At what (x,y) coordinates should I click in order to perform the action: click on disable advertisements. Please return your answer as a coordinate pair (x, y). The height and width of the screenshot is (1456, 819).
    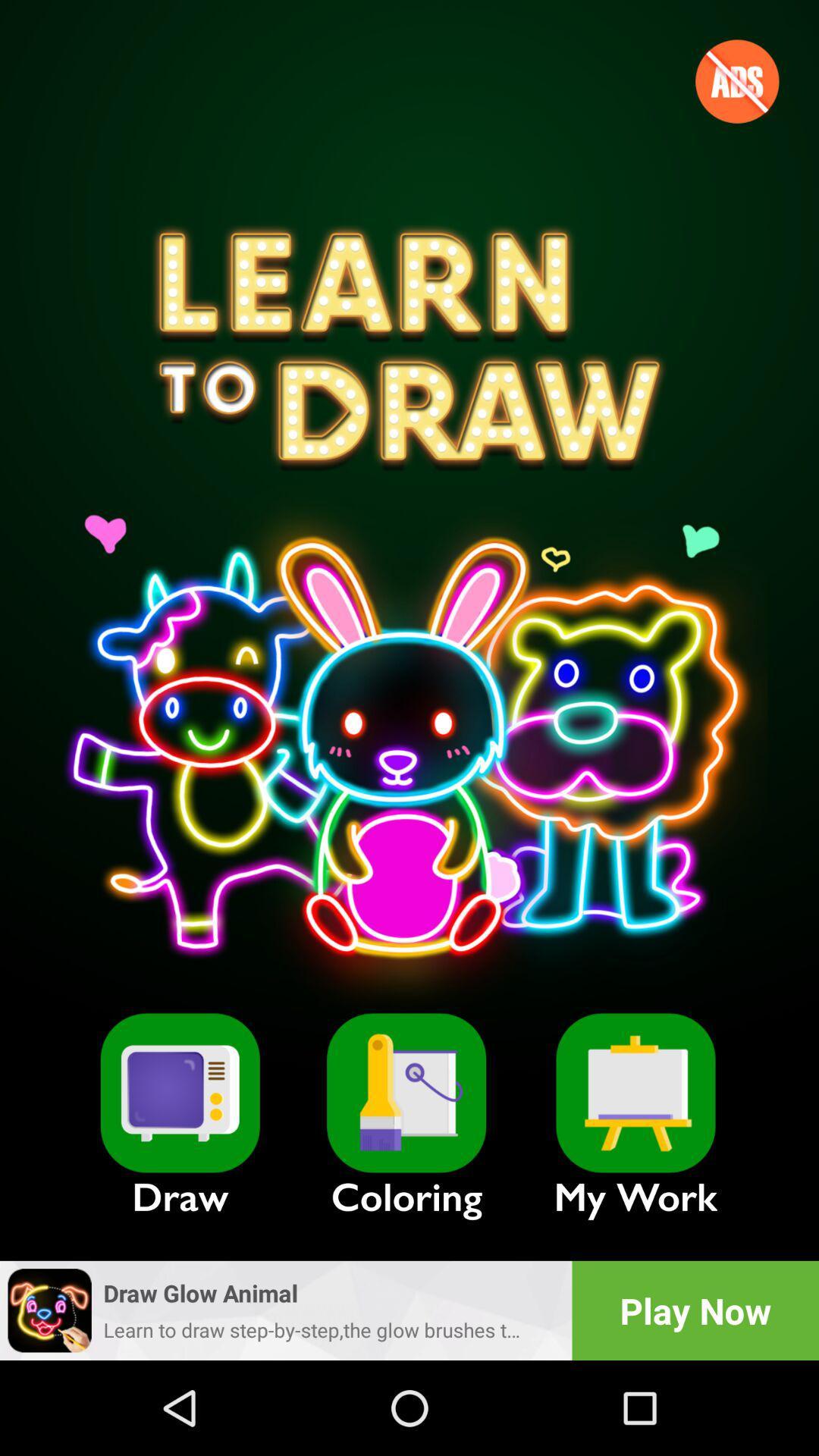
    Looking at the image, I should click on (736, 80).